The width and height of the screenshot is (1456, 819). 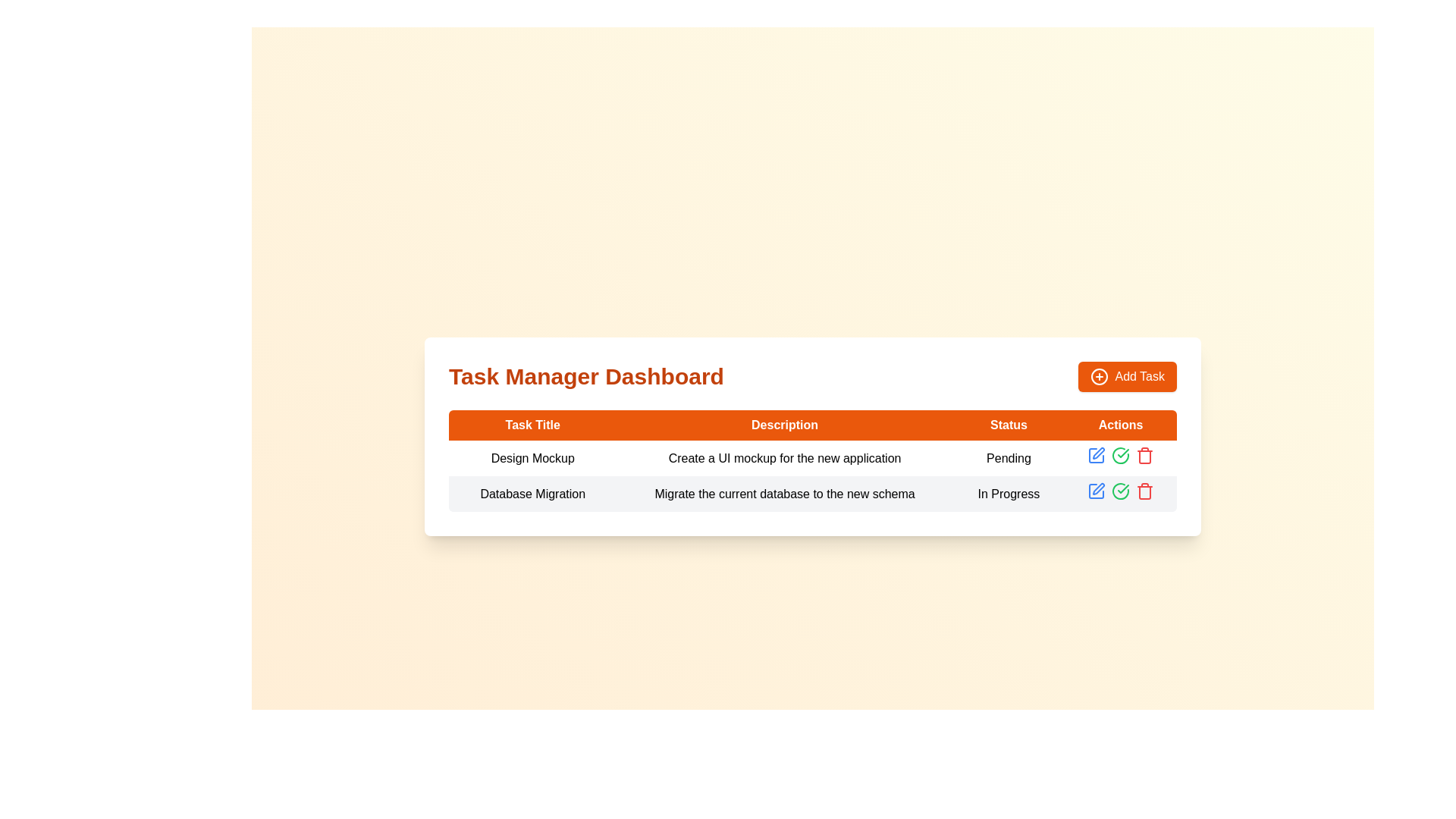 I want to click on the 'Status' text label indicating the current status of the task 'Database Migration' located in the second row of the task table in the Task Manager Dashboard, so click(x=1009, y=494).